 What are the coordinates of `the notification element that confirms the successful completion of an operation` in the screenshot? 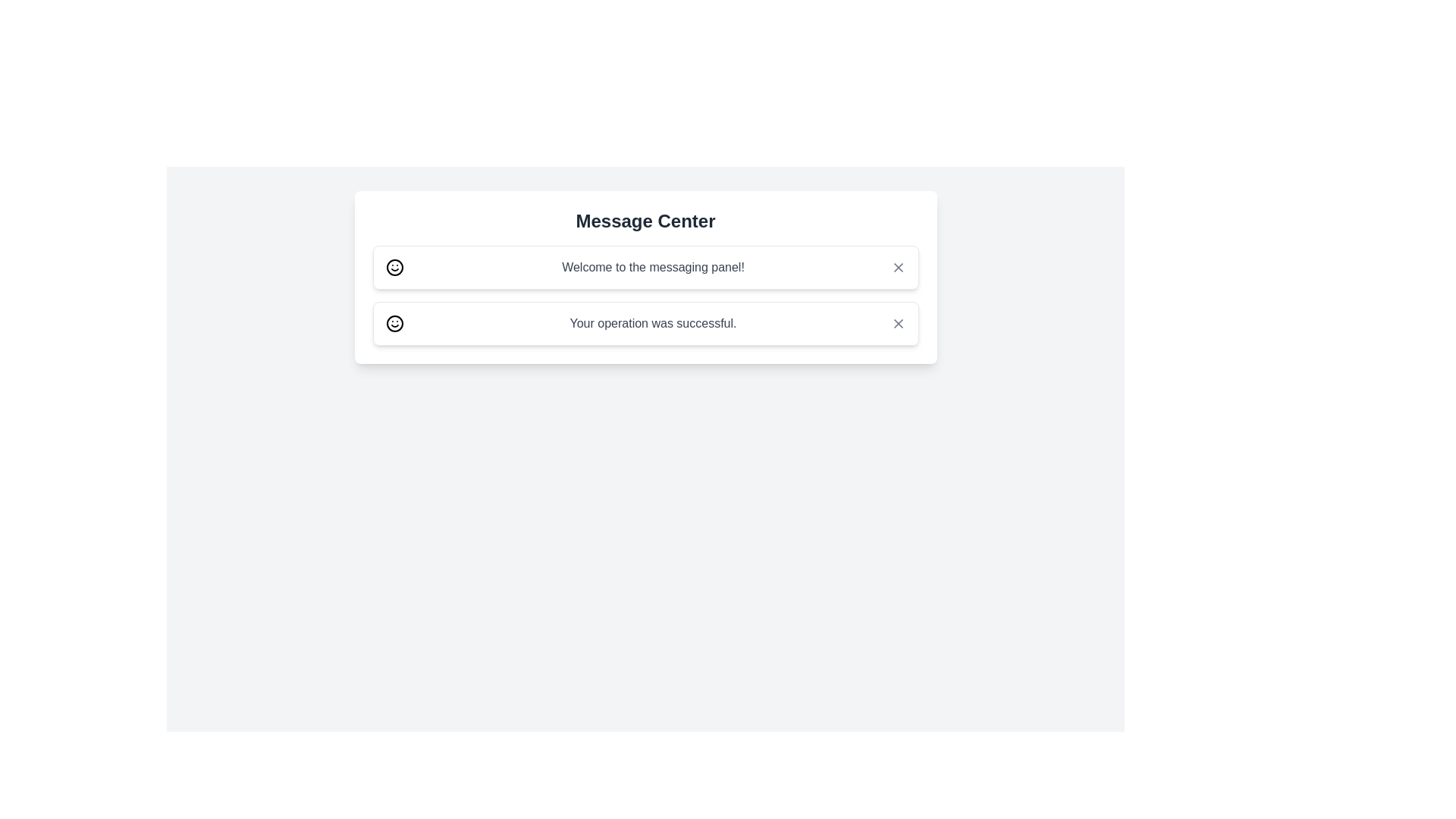 It's located at (645, 323).